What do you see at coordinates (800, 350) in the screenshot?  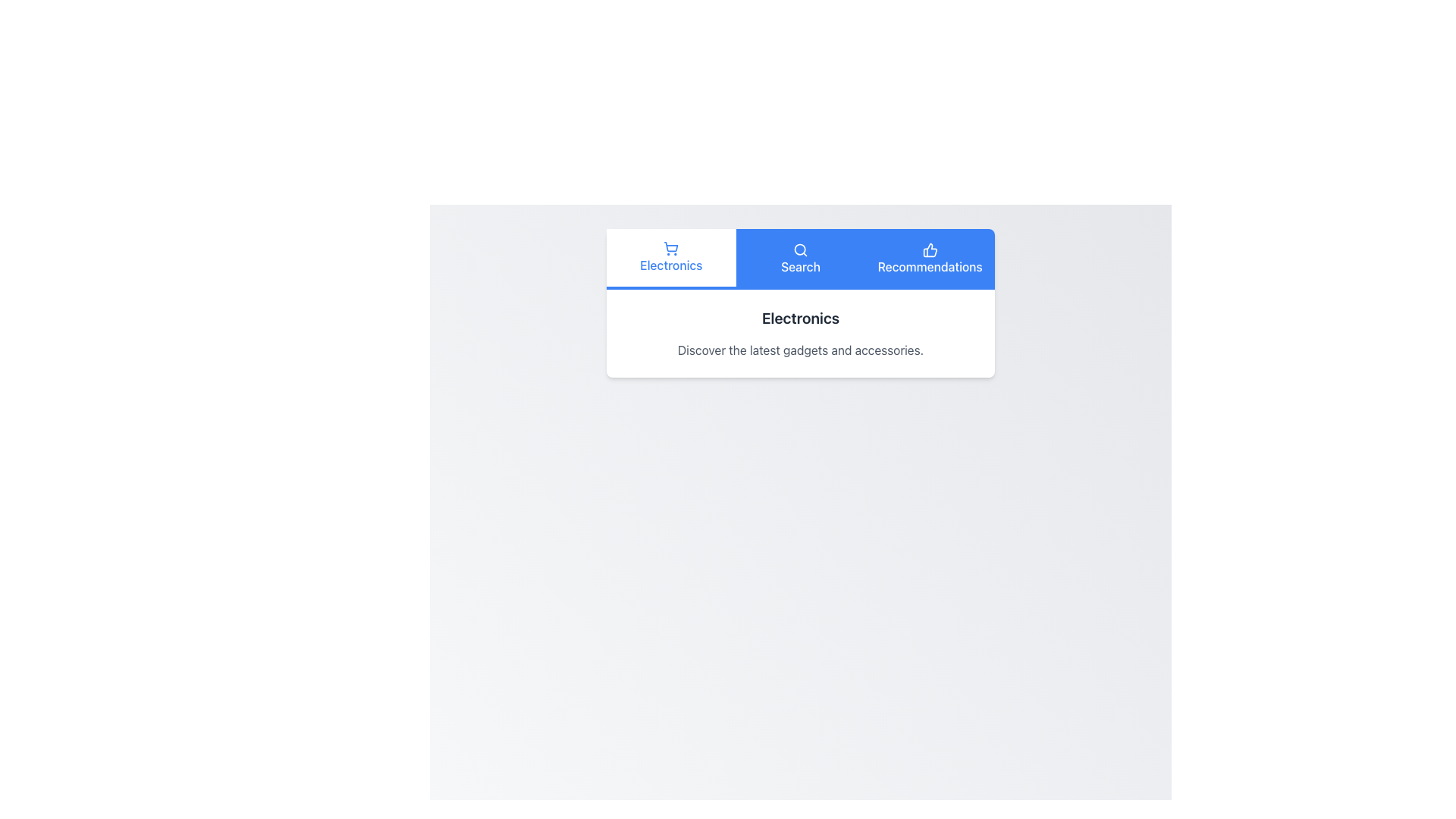 I see `the static text element that provides contextual information about the 'Electronics' heading, located directly below it` at bounding box center [800, 350].